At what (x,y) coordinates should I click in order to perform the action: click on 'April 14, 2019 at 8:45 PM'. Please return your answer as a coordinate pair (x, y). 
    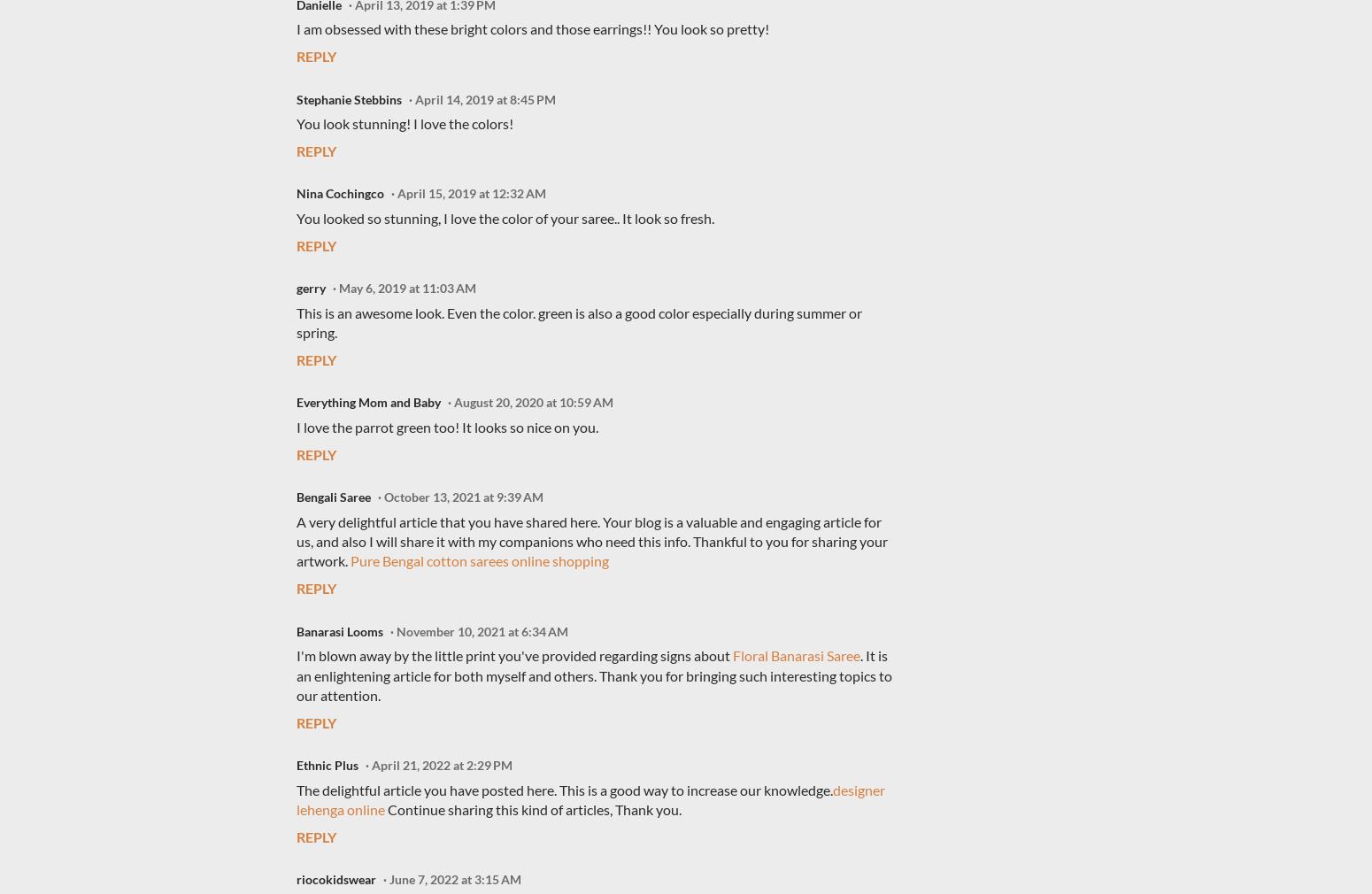
    Looking at the image, I should click on (485, 97).